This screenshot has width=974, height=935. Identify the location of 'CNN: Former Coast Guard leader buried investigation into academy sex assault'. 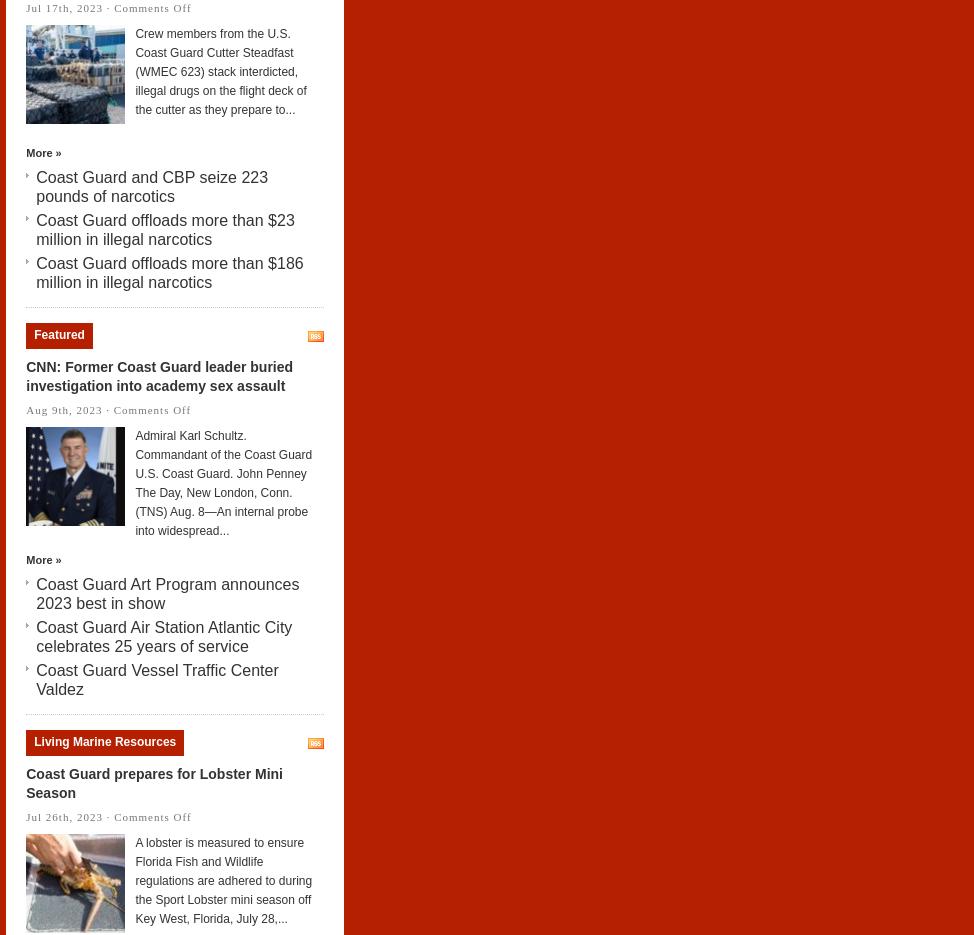
(26, 375).